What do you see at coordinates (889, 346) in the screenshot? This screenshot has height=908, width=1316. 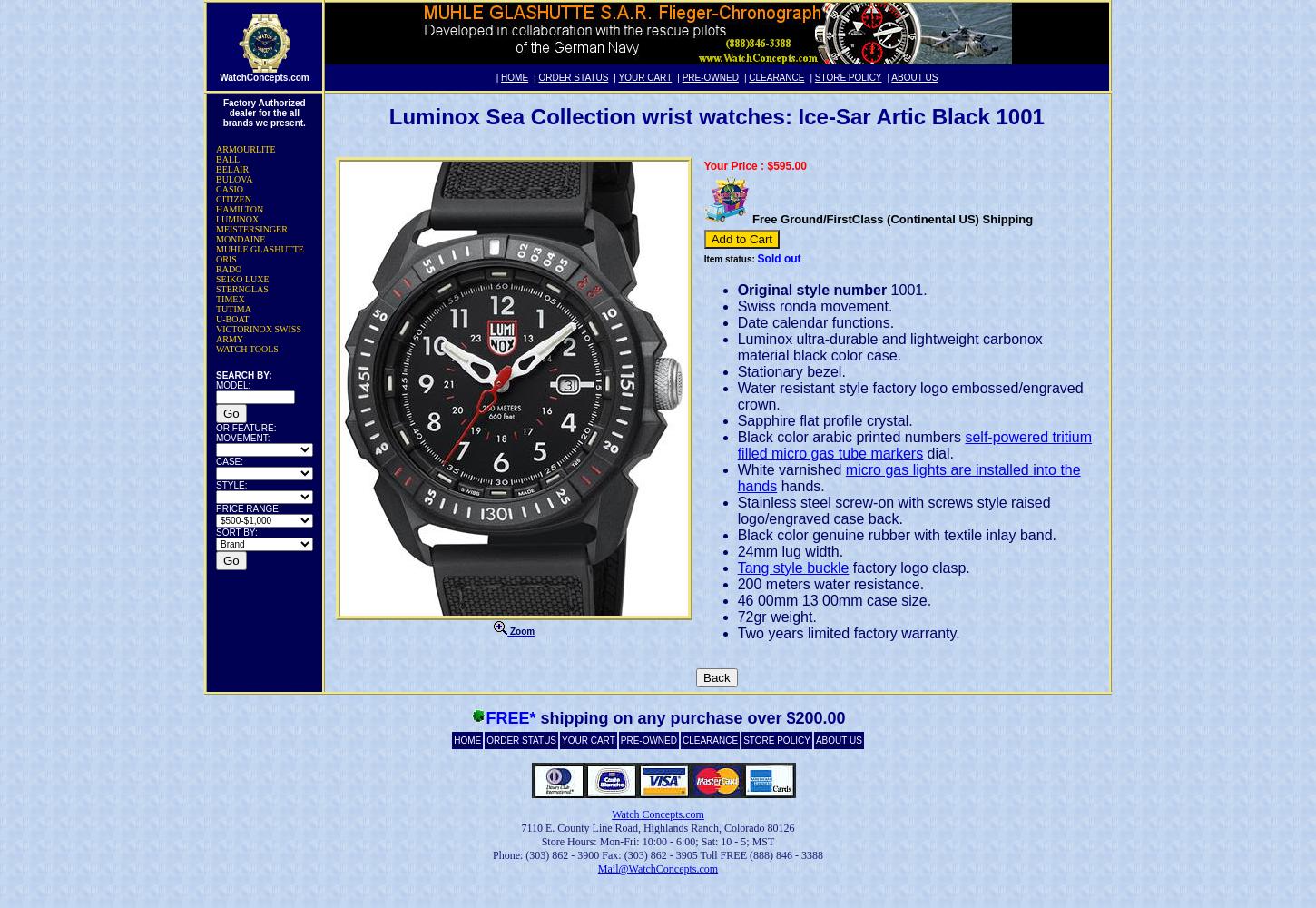 I see `'Luminox ultra-durable and lightweight carbonox material  black color 
 
case.'` at bounding box center [889, 346].